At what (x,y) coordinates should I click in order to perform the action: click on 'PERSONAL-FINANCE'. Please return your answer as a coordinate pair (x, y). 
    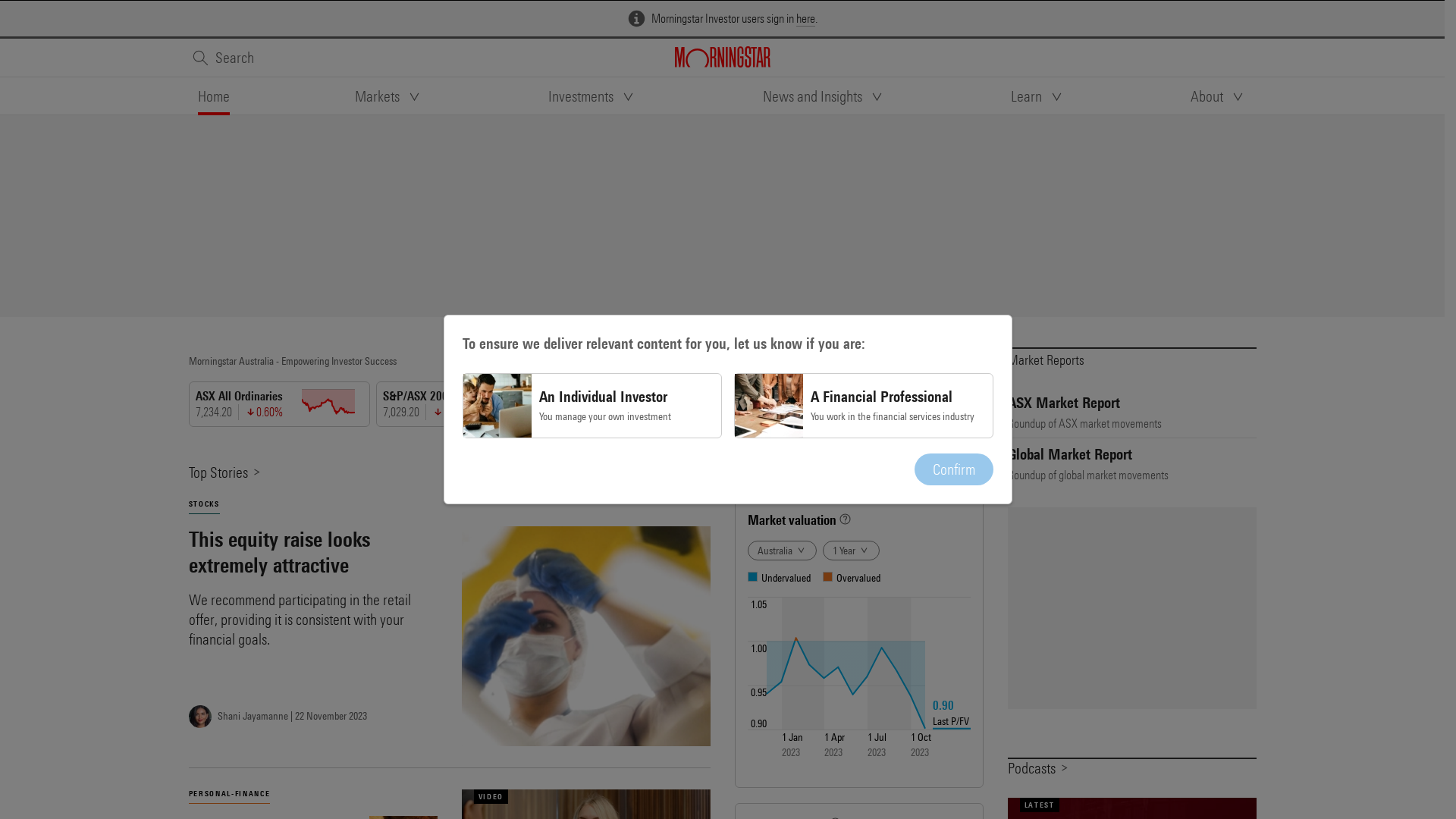
    Looking at the image, I should click on (187, 792).